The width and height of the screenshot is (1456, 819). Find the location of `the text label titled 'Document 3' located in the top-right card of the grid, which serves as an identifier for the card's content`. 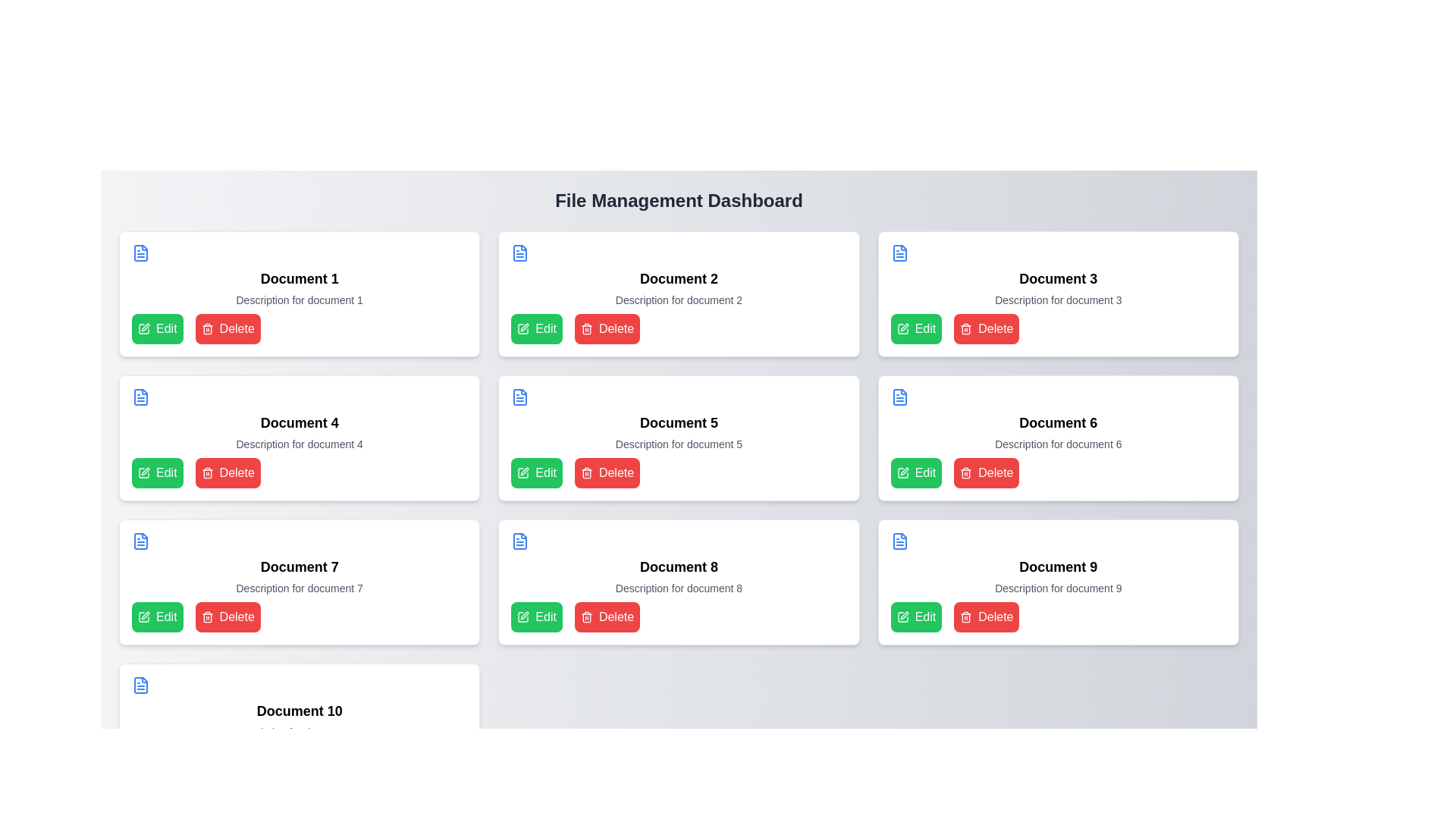

the text label titled 'Document 3' located in the top-right card of the grid, which serves as an identifier for the card's content is located at coordinates (1057, 278).